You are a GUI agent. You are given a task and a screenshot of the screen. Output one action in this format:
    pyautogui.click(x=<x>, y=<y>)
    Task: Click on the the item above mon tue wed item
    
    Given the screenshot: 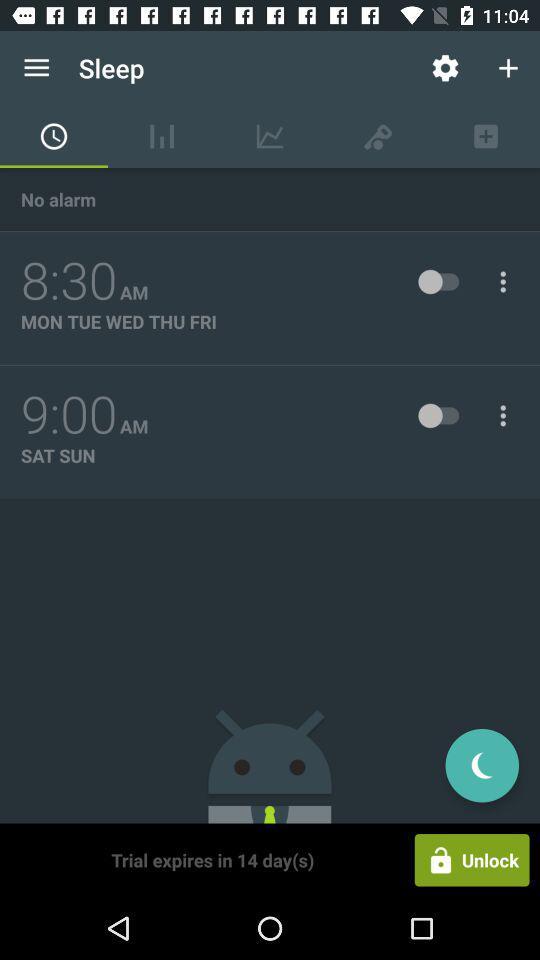 What is the action you would take?
    pyautogui.click(x=68, y=280)
    